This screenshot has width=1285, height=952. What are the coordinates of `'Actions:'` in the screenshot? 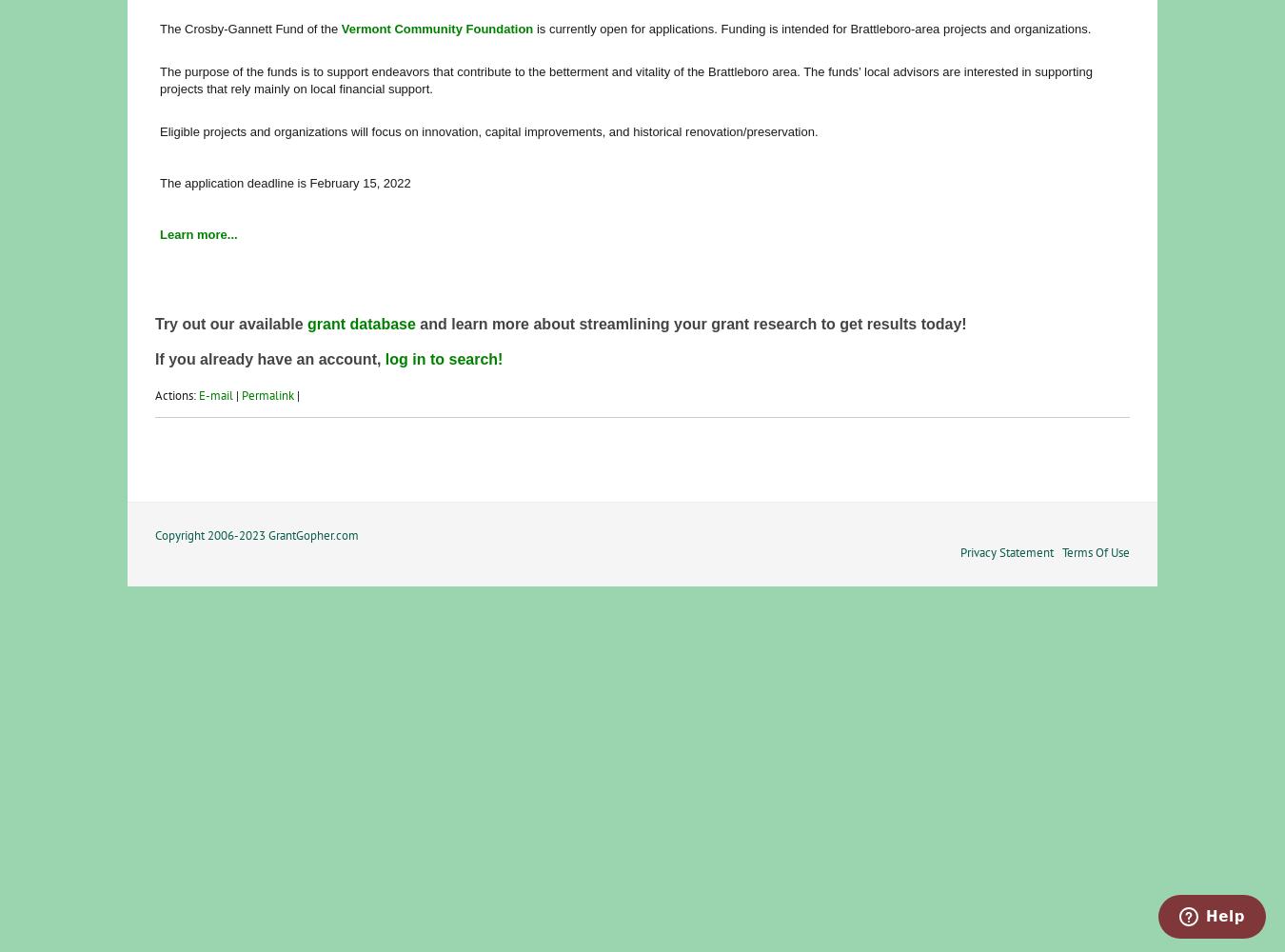 It's located at (177, 394).